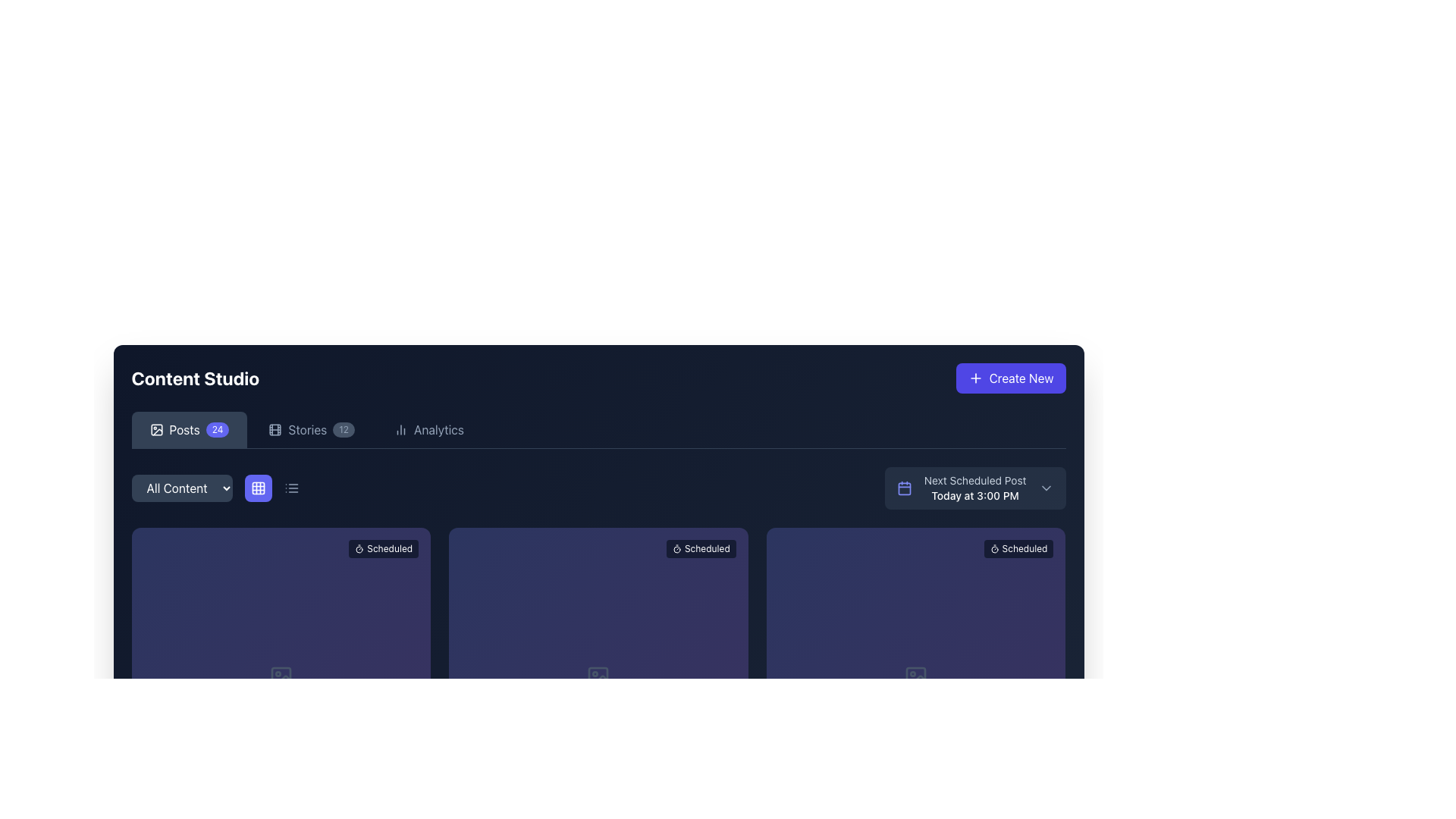 Image resolution: width=1456 pixels, height=819 pixels. Describe the element at coordinates (400, 430) in the screenshot. I see `the first icon in the 'Analytics' button group located in the header navigation bar` at that location.